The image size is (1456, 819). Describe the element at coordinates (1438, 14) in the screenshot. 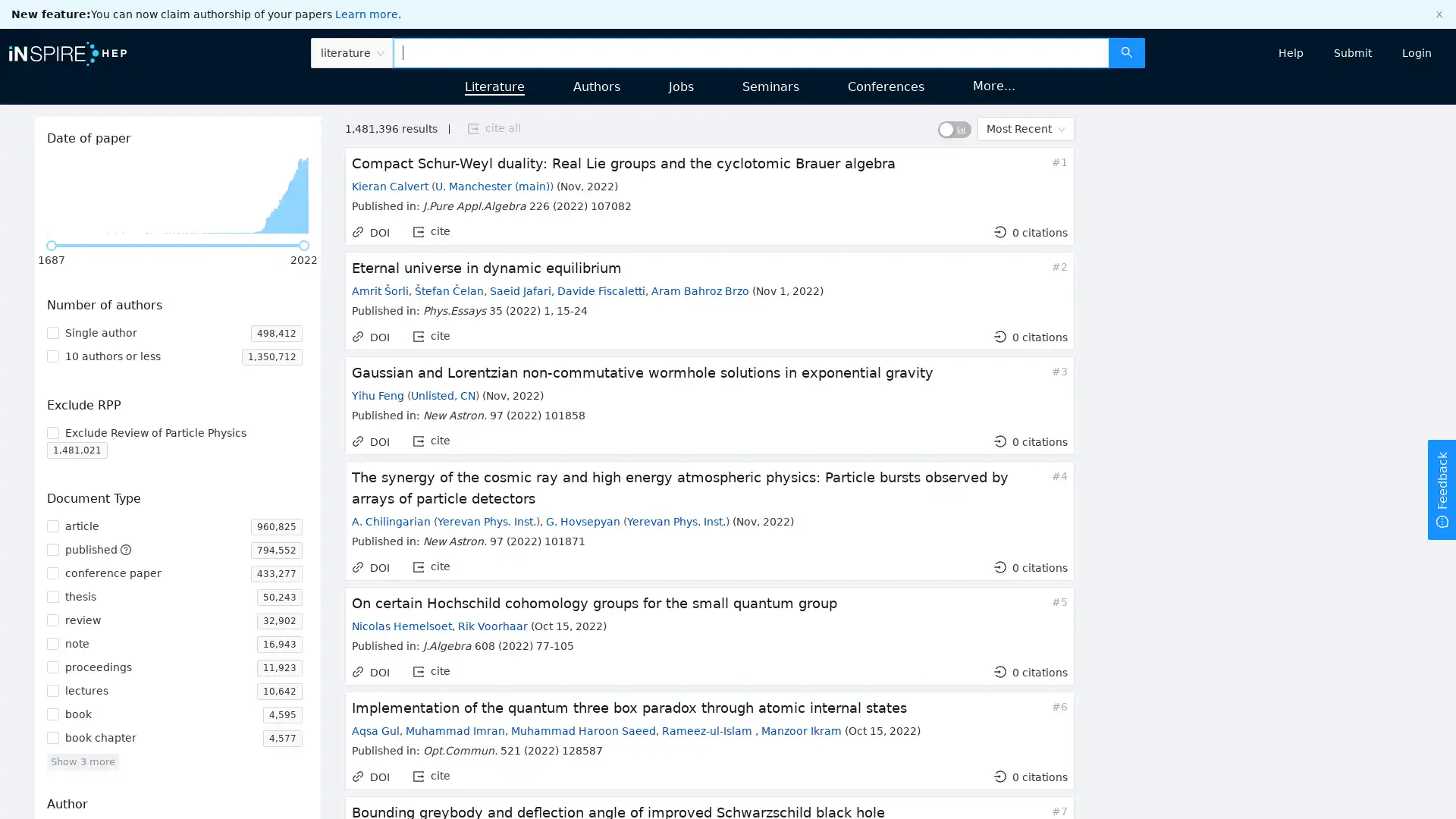

I see `close` at that location.